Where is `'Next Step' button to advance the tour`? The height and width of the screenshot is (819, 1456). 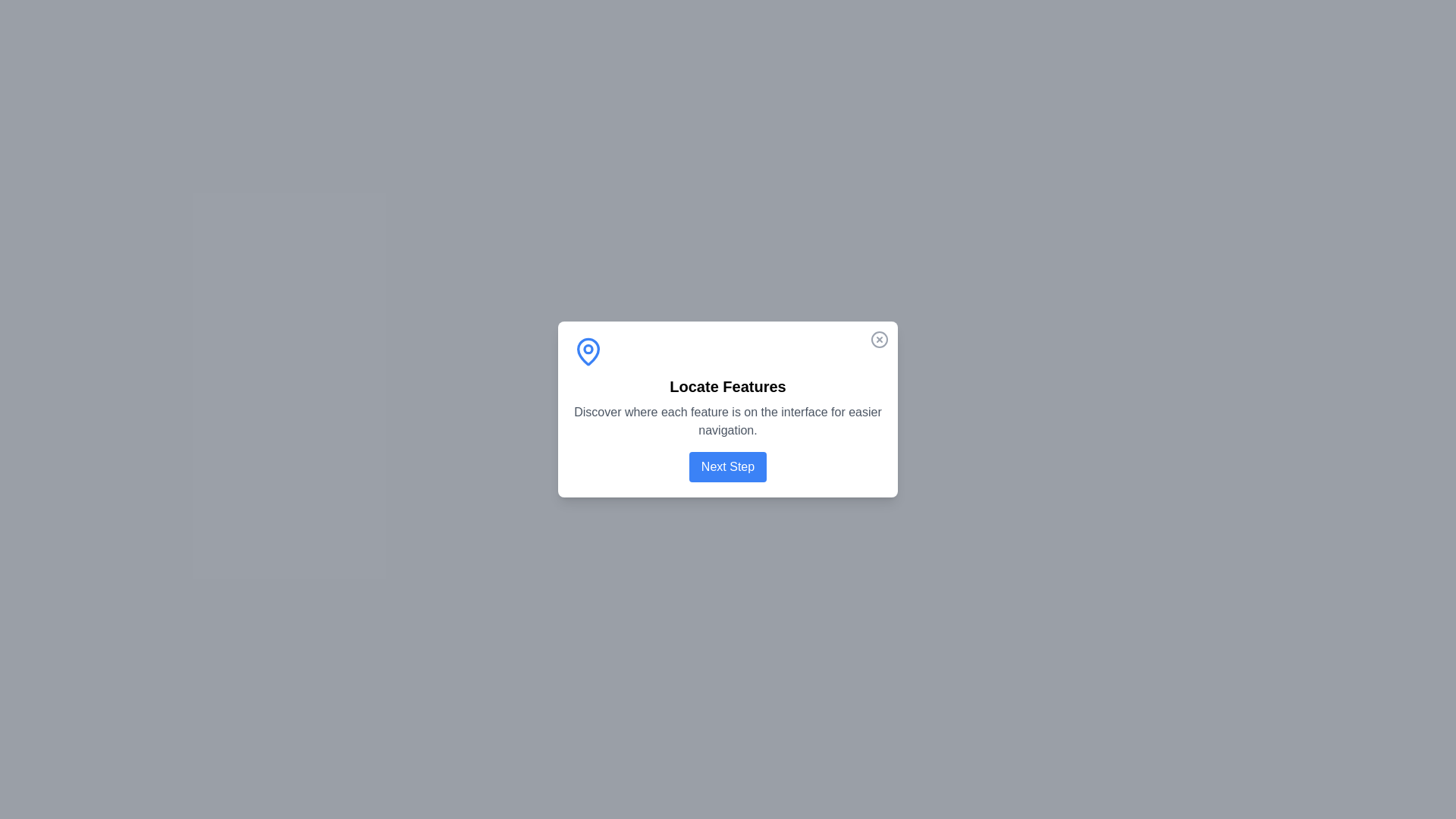
'Next Step' button to advance the tour is located at coordinates (728, 466).